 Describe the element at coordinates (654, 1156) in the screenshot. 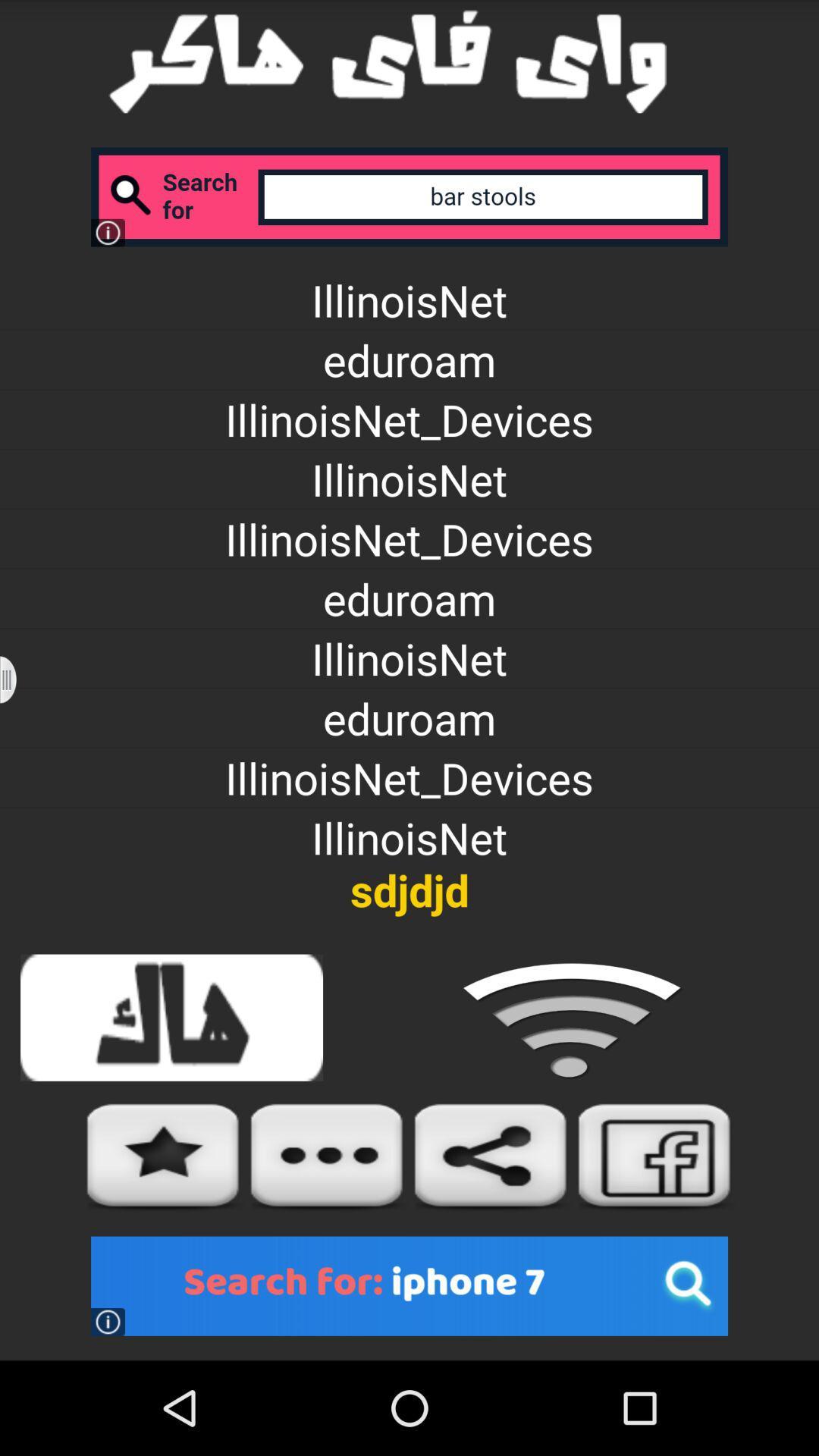

I see `facebook` at that location.